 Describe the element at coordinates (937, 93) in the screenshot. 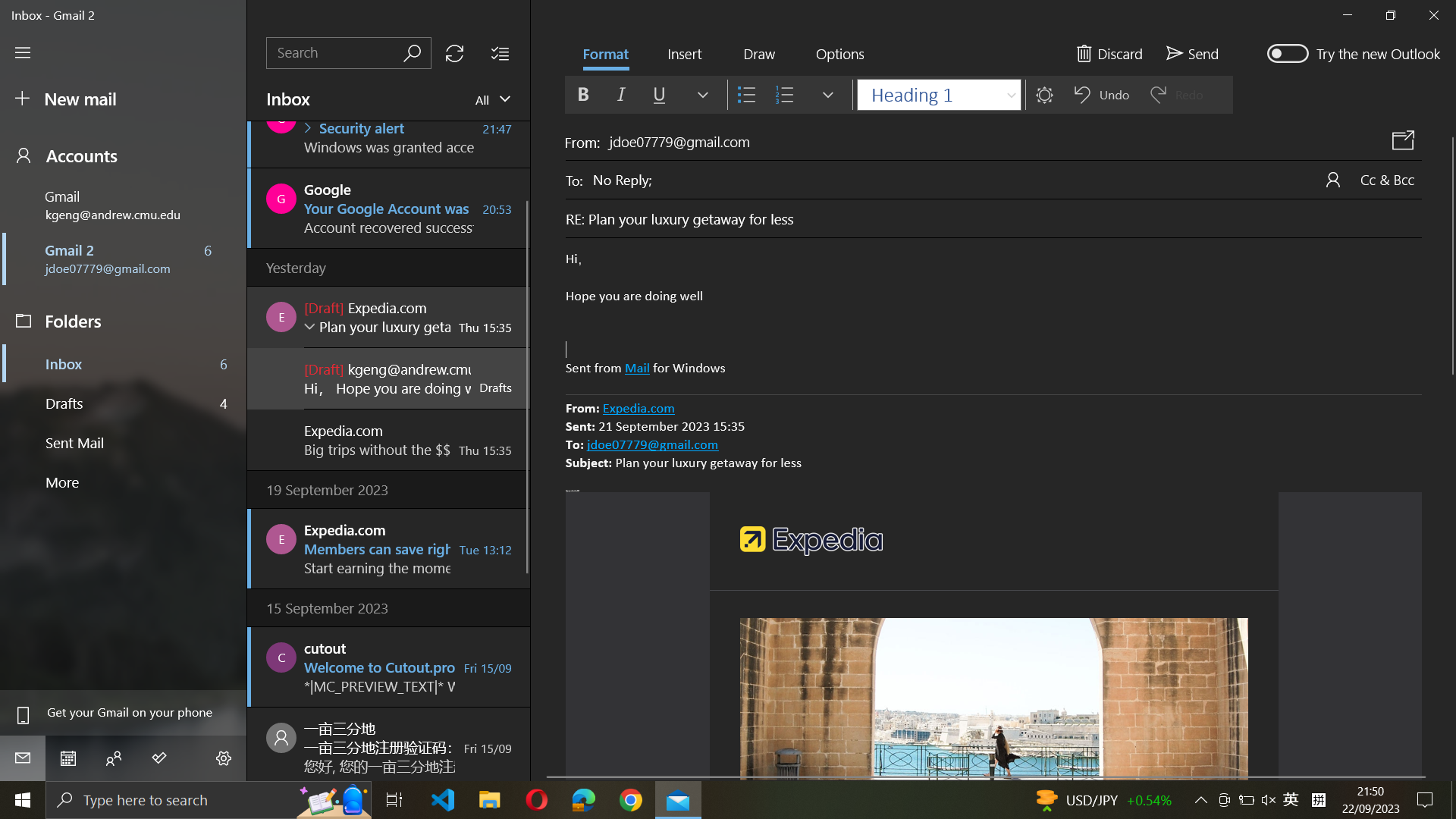

I see `Alter font style to Arial` at that location.